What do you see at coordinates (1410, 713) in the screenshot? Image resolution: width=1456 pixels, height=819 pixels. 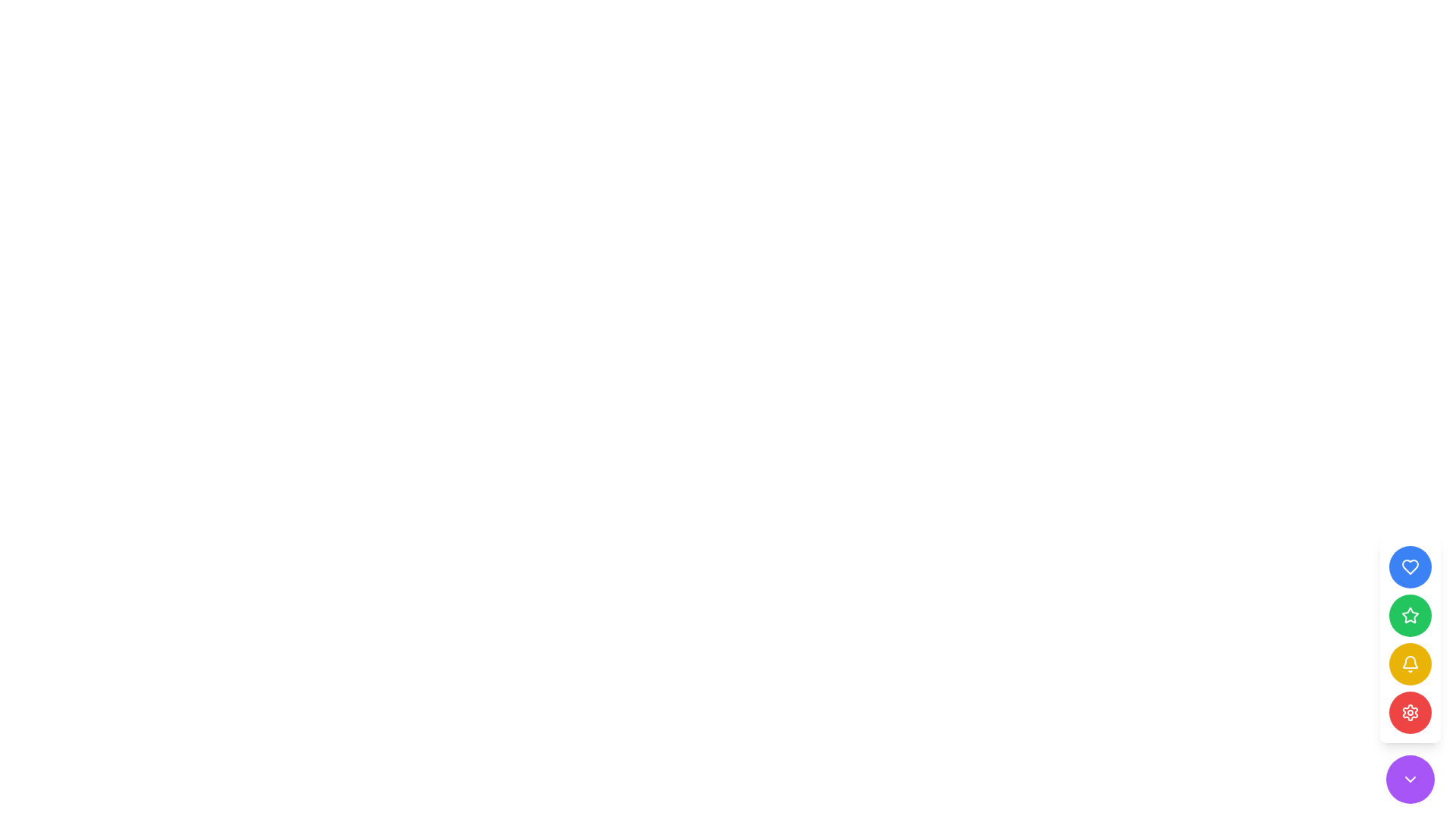 I see `the red cog-like icon button, which is the fifth icon from the top in a vertical stack of interactive icons` at bounding box center [1410, 713].